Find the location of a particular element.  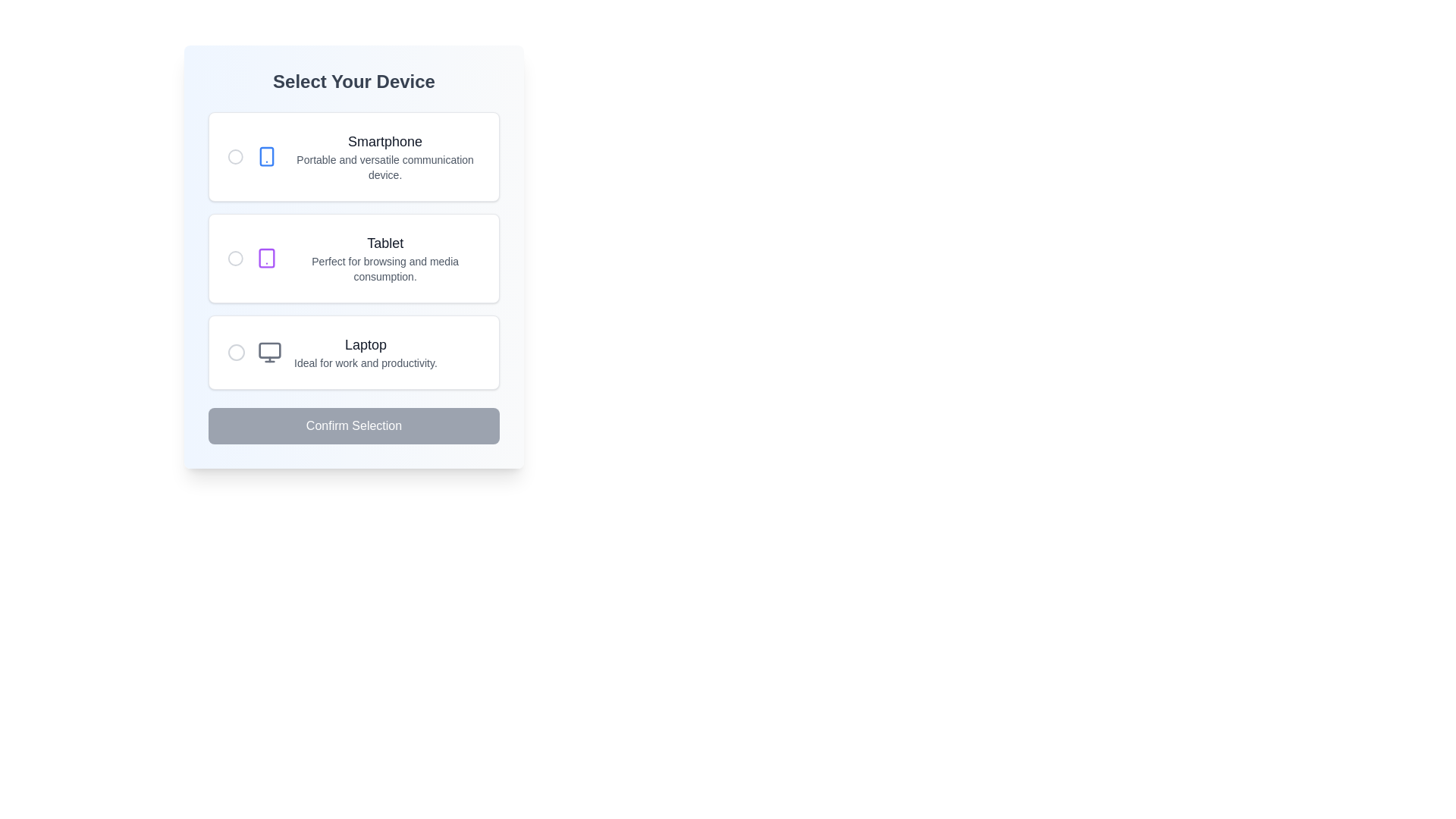

the first selectable panel titled 'Smartphone' is located at coordinates (353, 157).